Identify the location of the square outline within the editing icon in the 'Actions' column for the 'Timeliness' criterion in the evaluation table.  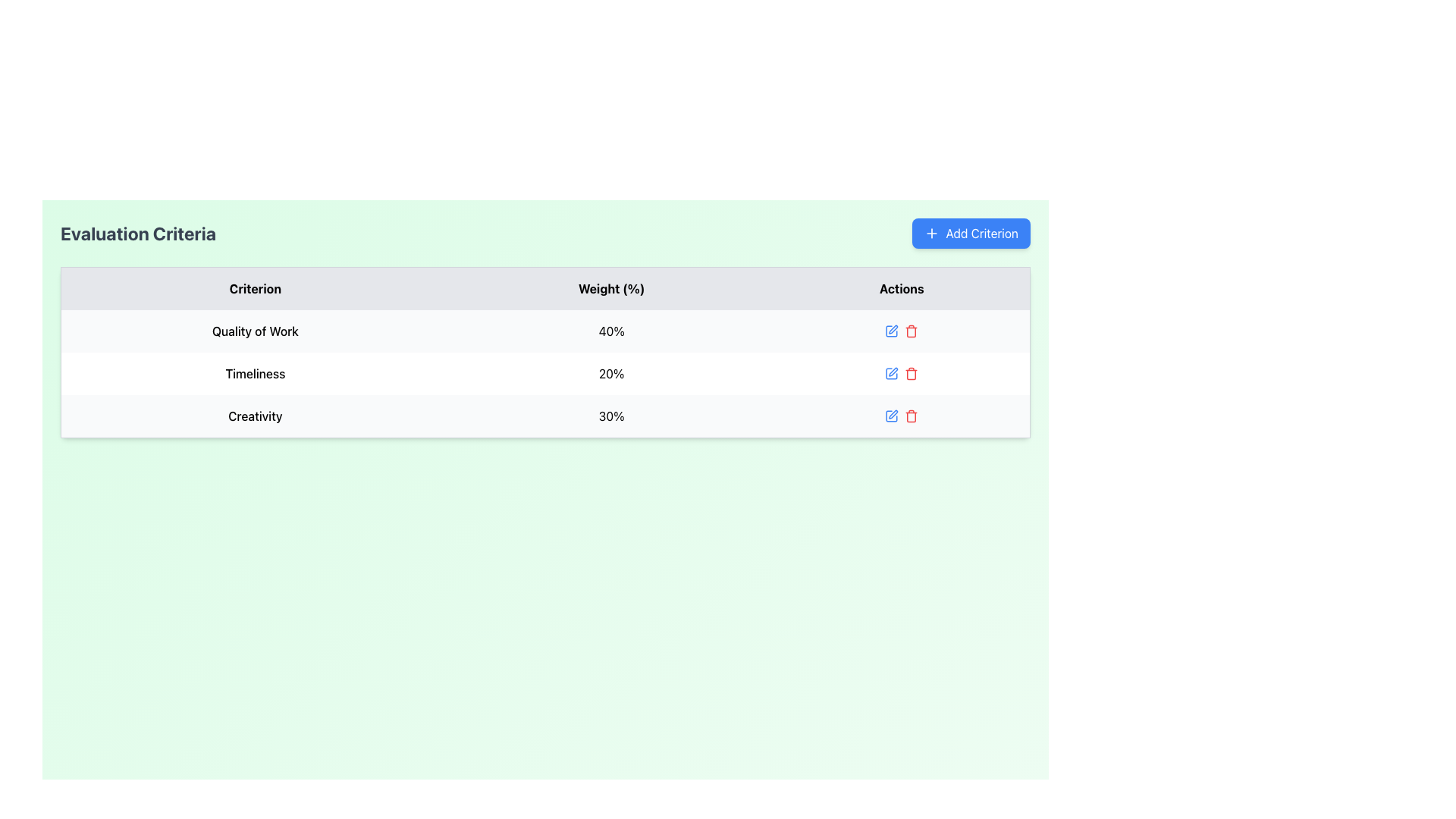
(892, 374).